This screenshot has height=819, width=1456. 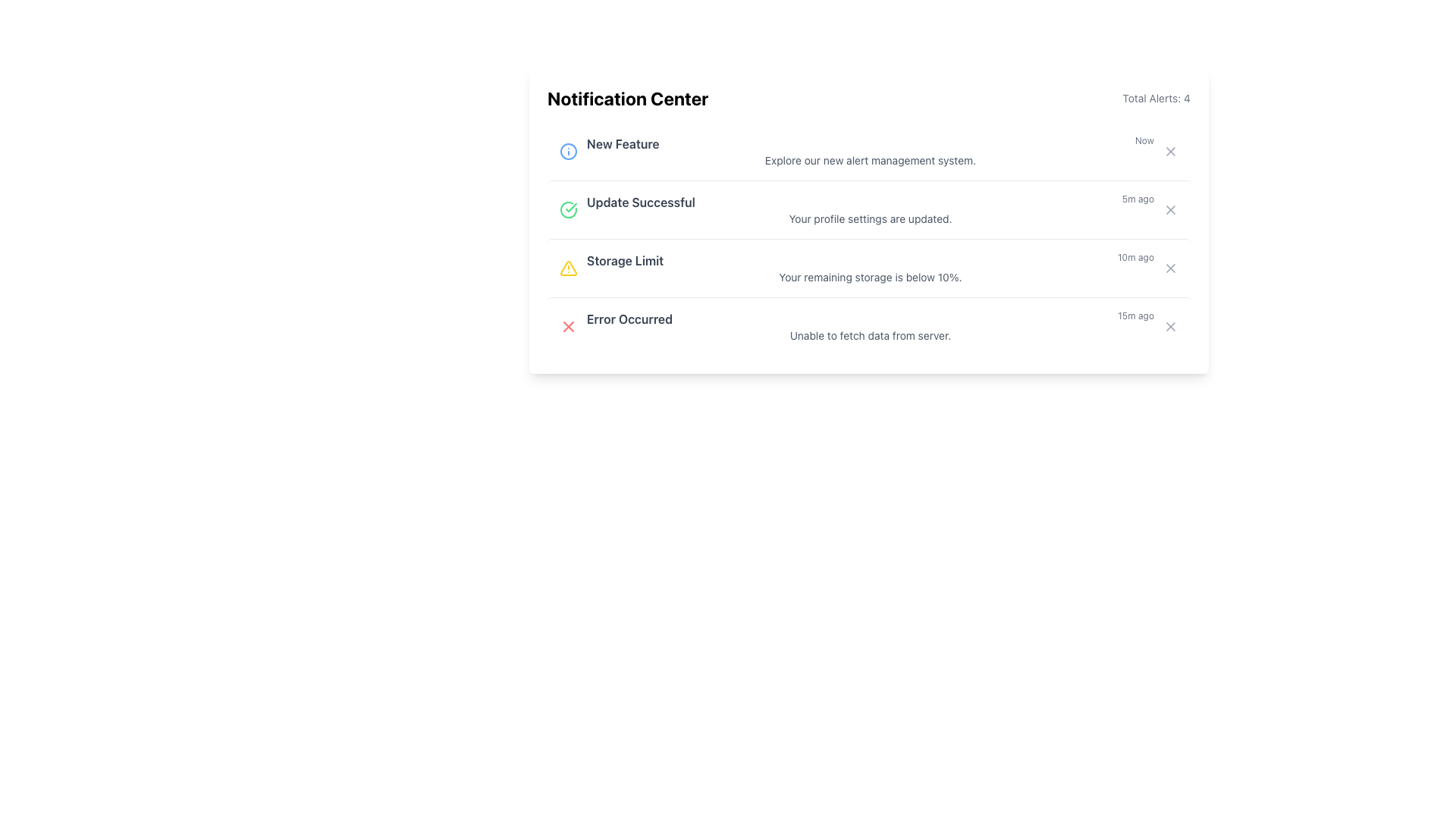 What do you see at coordinates (1170, 268) in the screenshot?
I see `the 'Dismiss Notification' button located at the top-right corner of the 'Storage Limit' notification card` at bounding box center [1170, 268].